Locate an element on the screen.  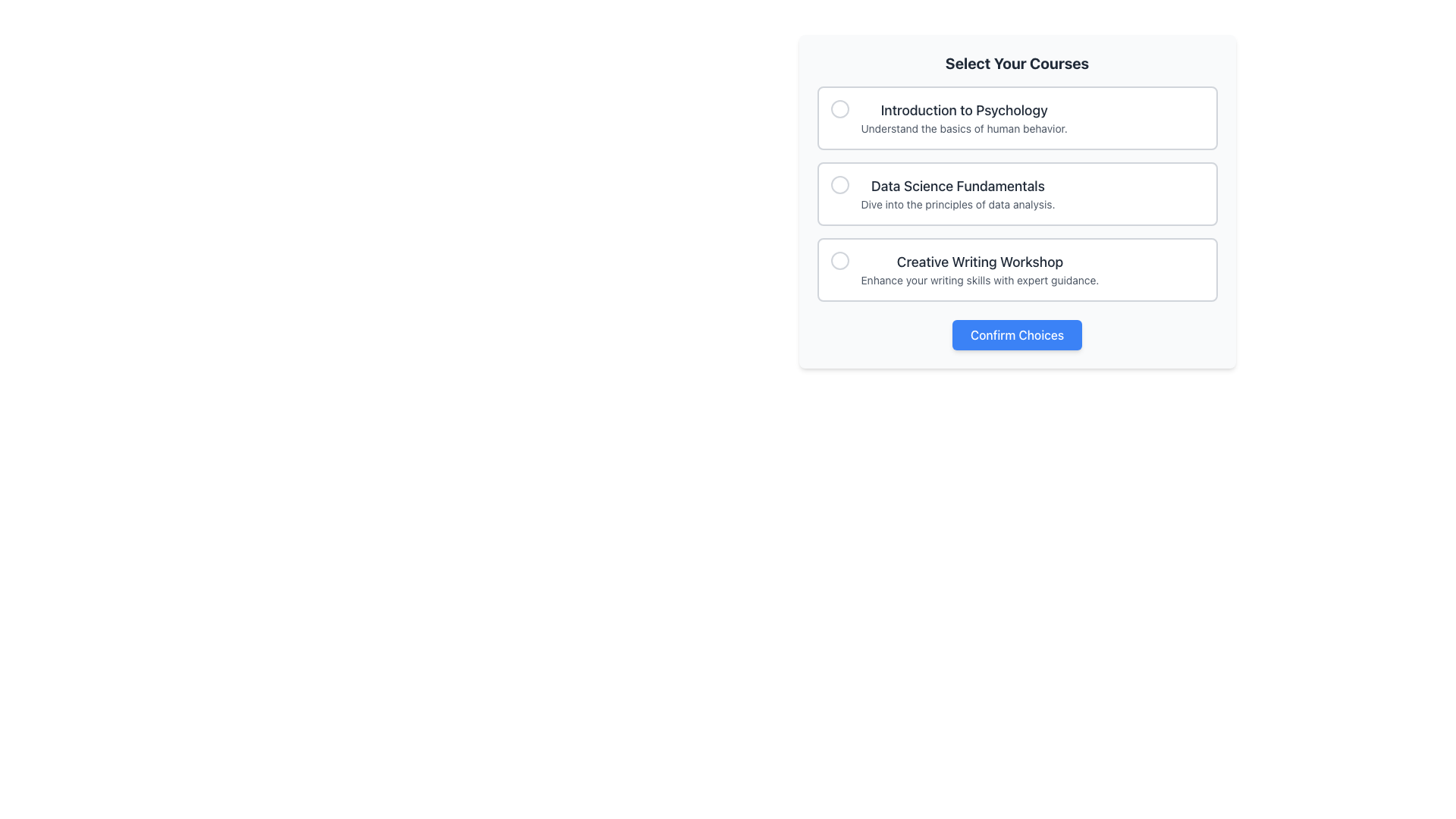
the circular radio button located to the left of the text 'Creative Writing Workshop' is located at coordinates (839, 259).